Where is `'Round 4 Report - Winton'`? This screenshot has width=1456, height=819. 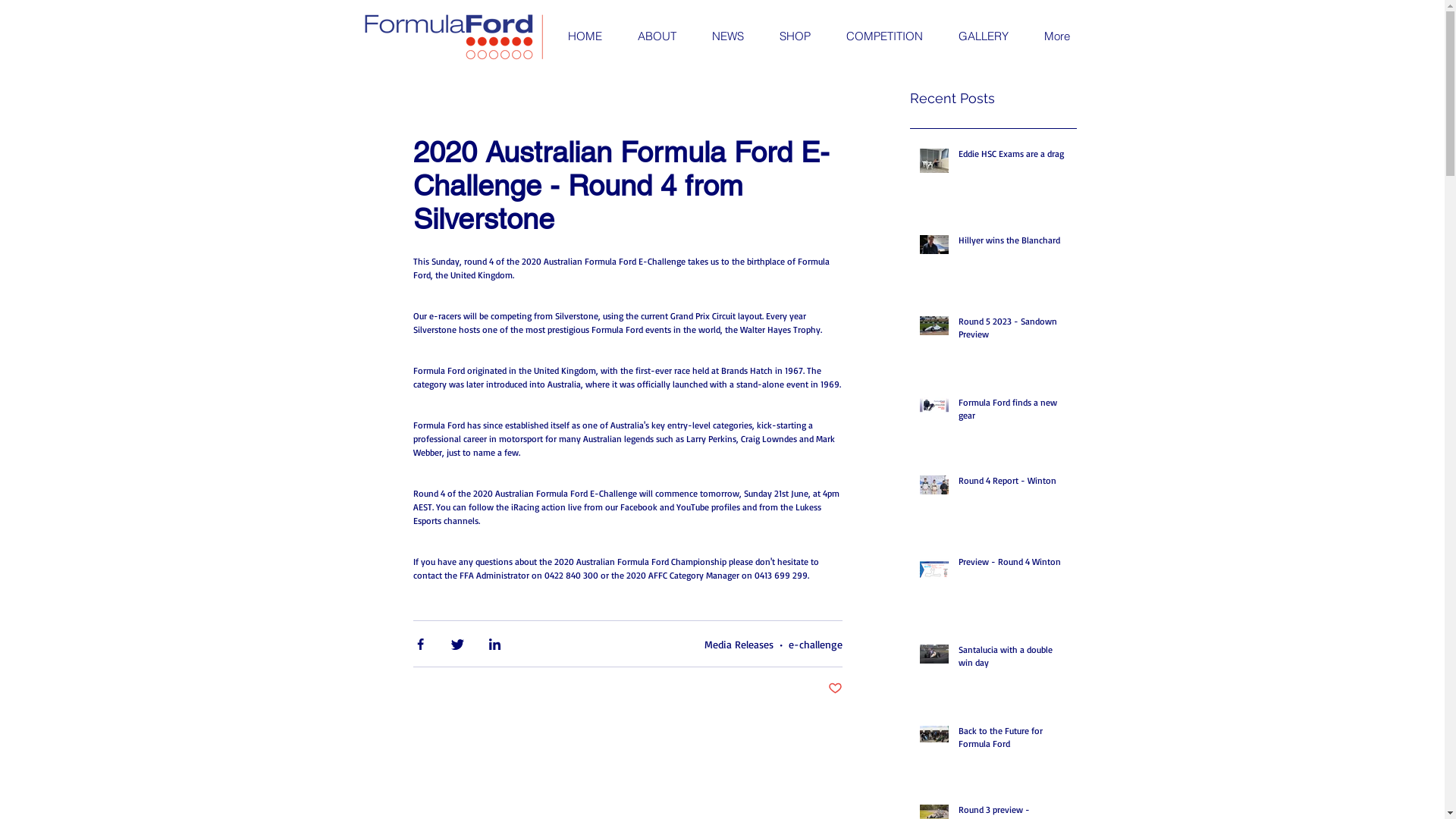
'Round 4 Report - Winton' is located at coordinates (1012, 484).